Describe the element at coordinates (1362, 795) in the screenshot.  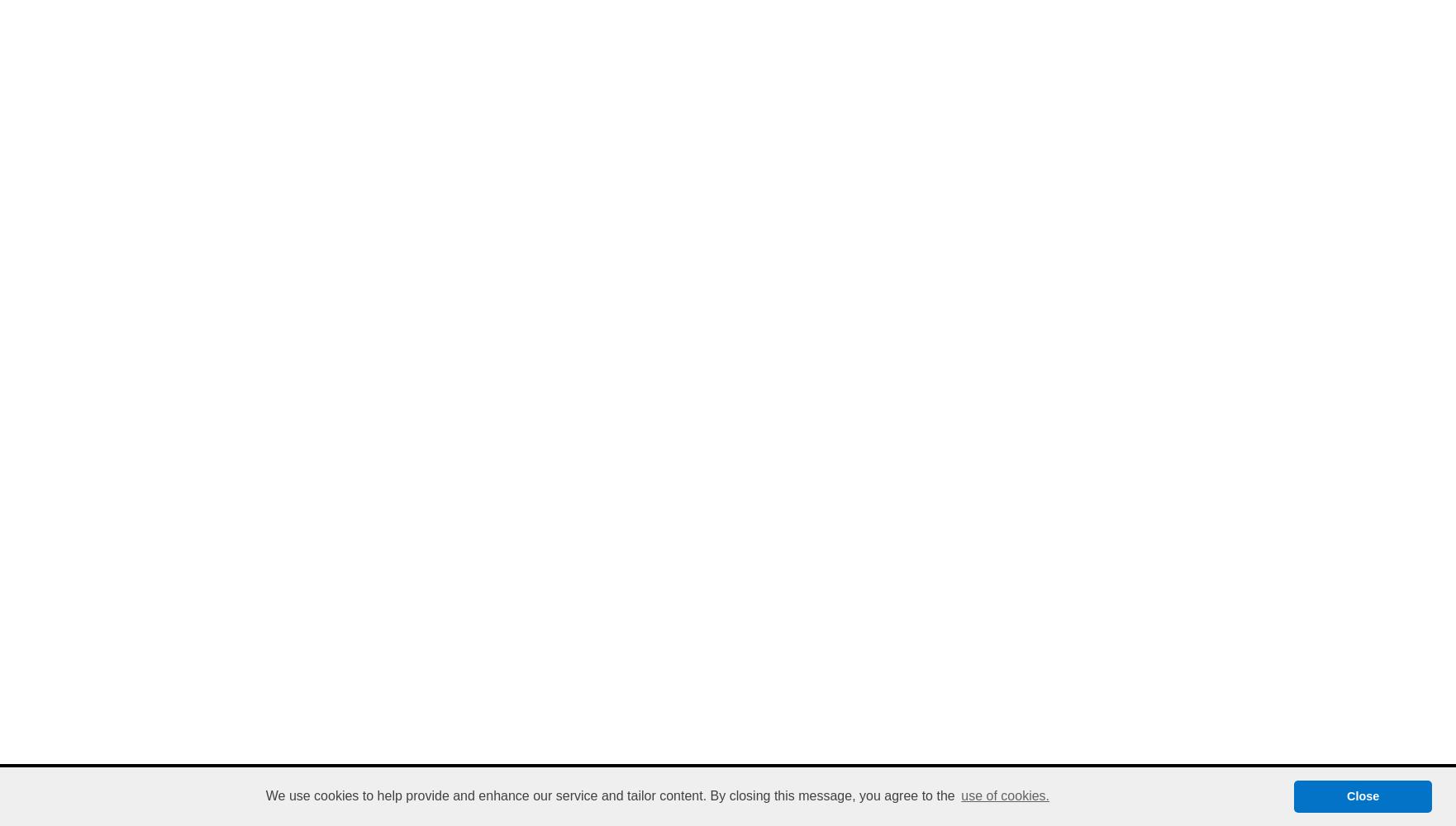
I see `'Close'` at that location.